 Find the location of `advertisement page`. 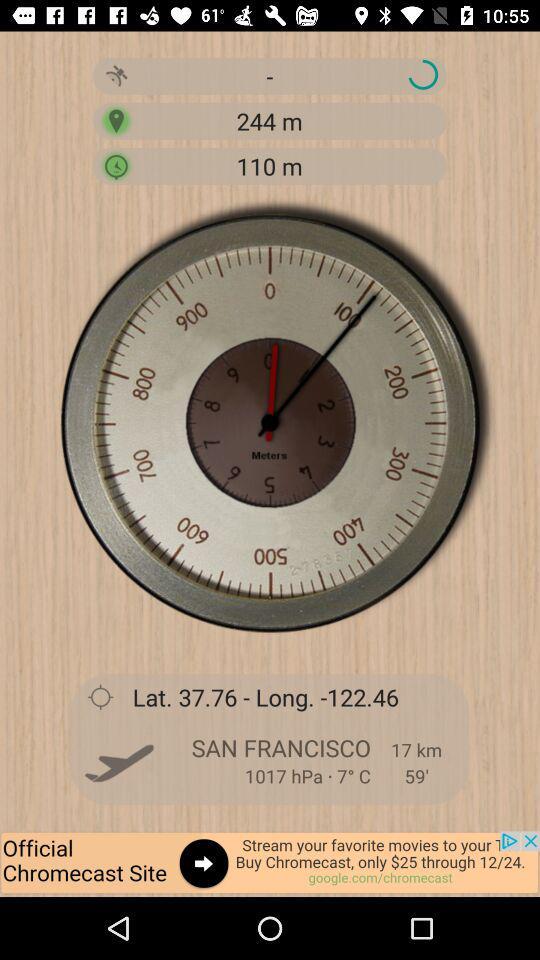

advertisement page is located at coordinates (270, 863).